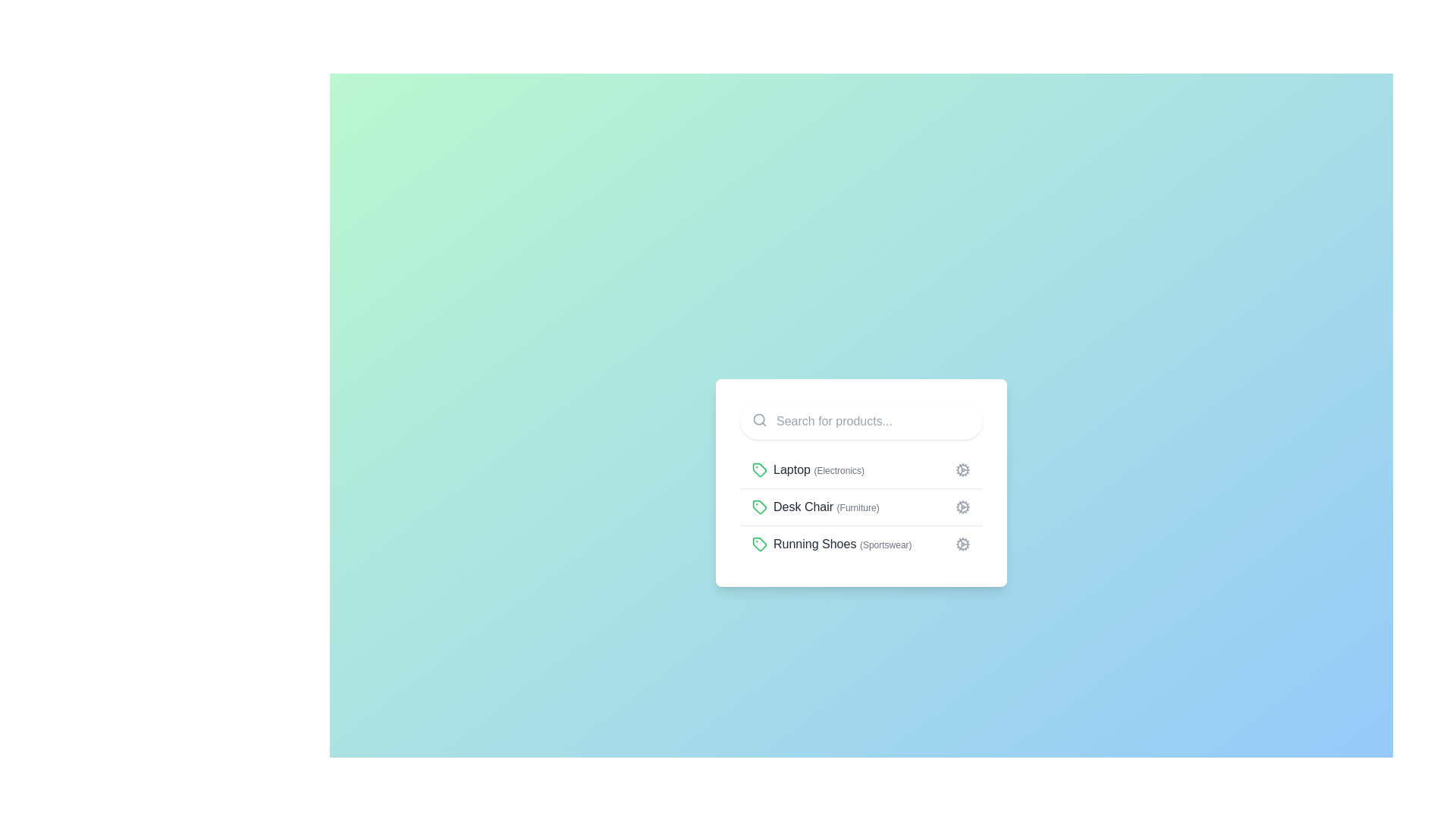 The height and width of the screenshot is (819, 1456). What do you see at coordinates (962, 469) in the screenshot?
I see `the cogwheel icon located at the far right side of the 'Laptop (Electronics)' row` at bounding box center [962, 469].